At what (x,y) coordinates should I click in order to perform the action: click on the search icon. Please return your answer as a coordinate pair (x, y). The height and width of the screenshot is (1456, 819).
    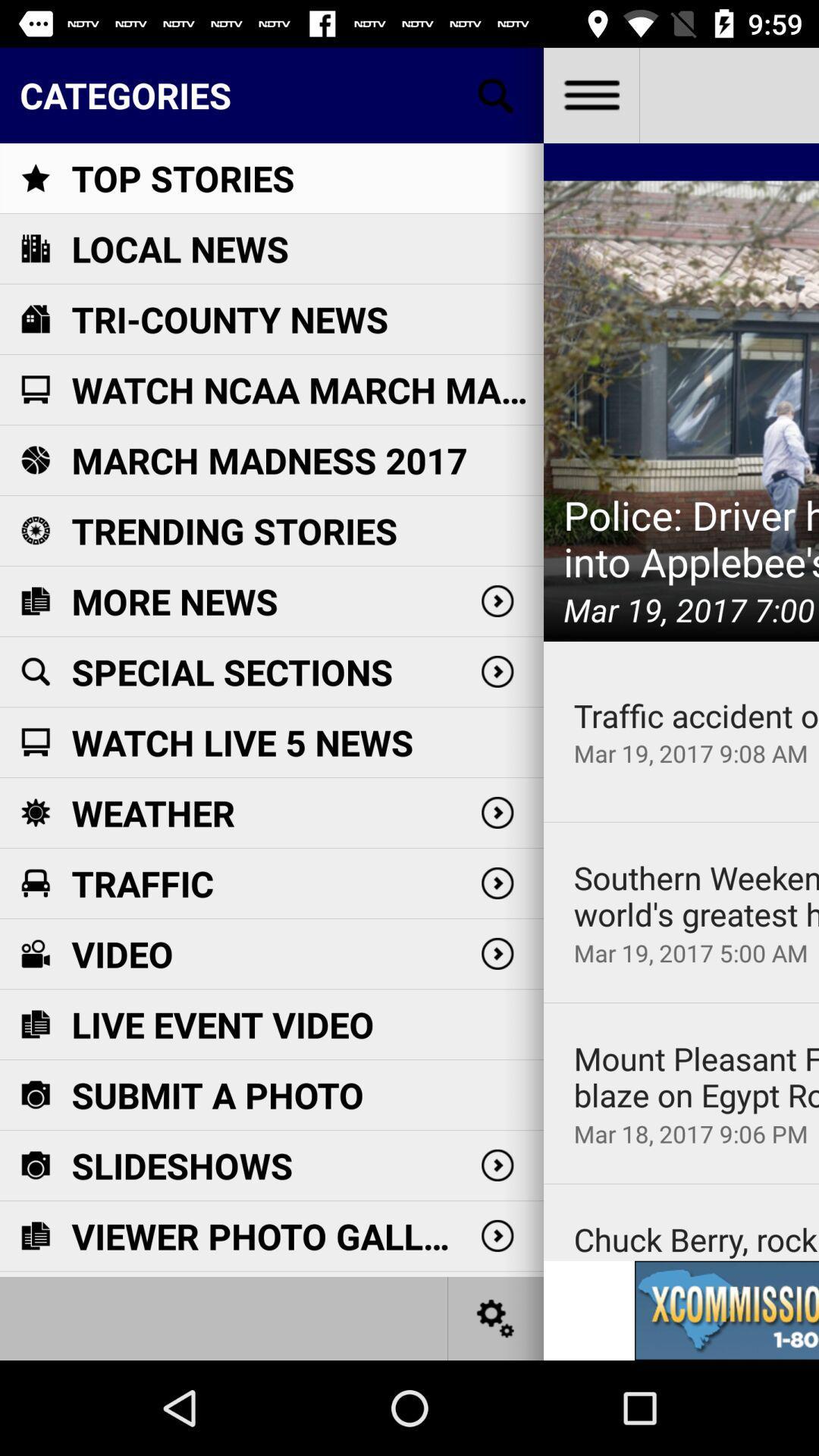
    Looking at the image, I should click on (496, 94).